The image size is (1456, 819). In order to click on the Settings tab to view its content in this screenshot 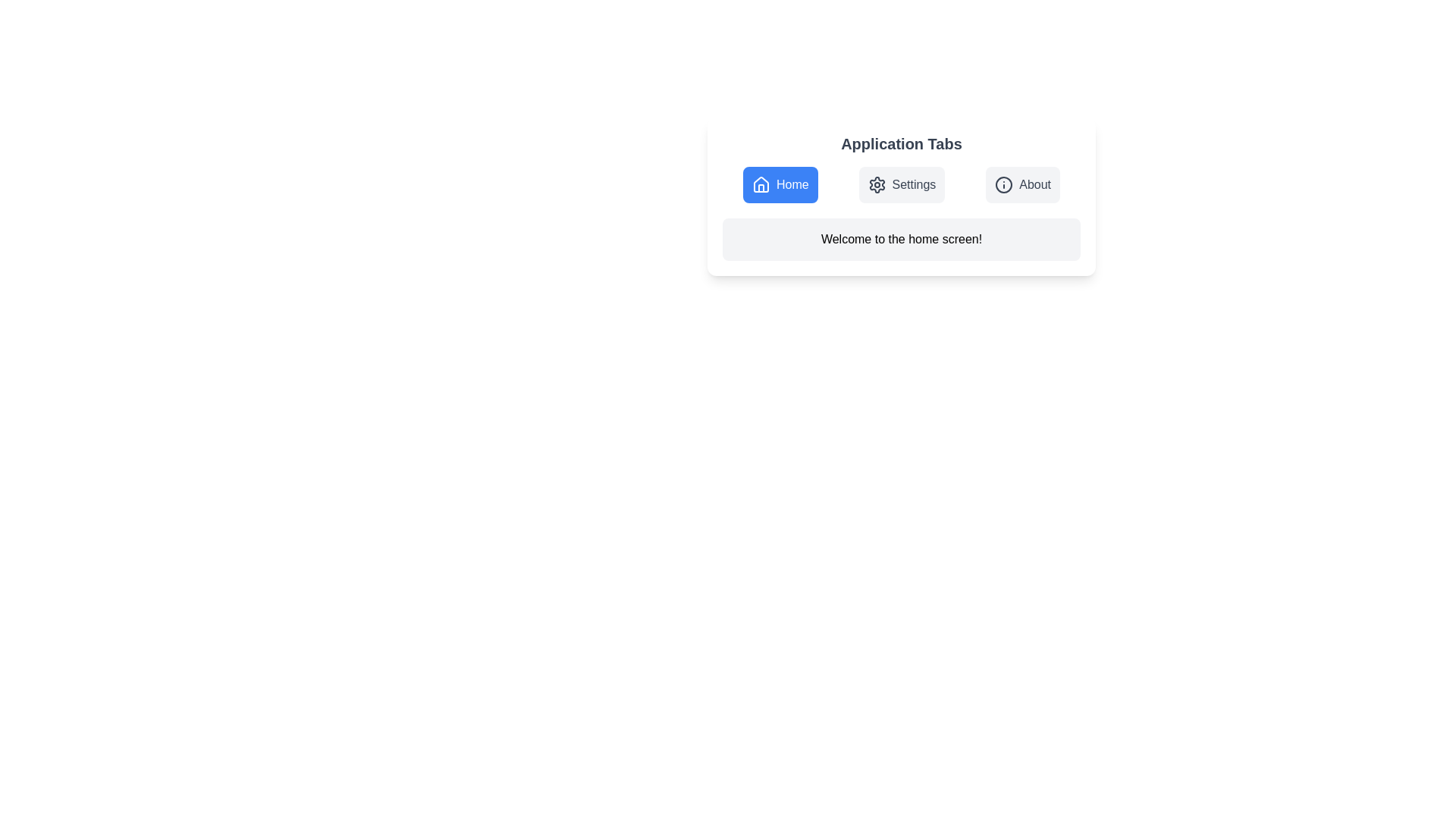, I will do `click(902, 184)`.